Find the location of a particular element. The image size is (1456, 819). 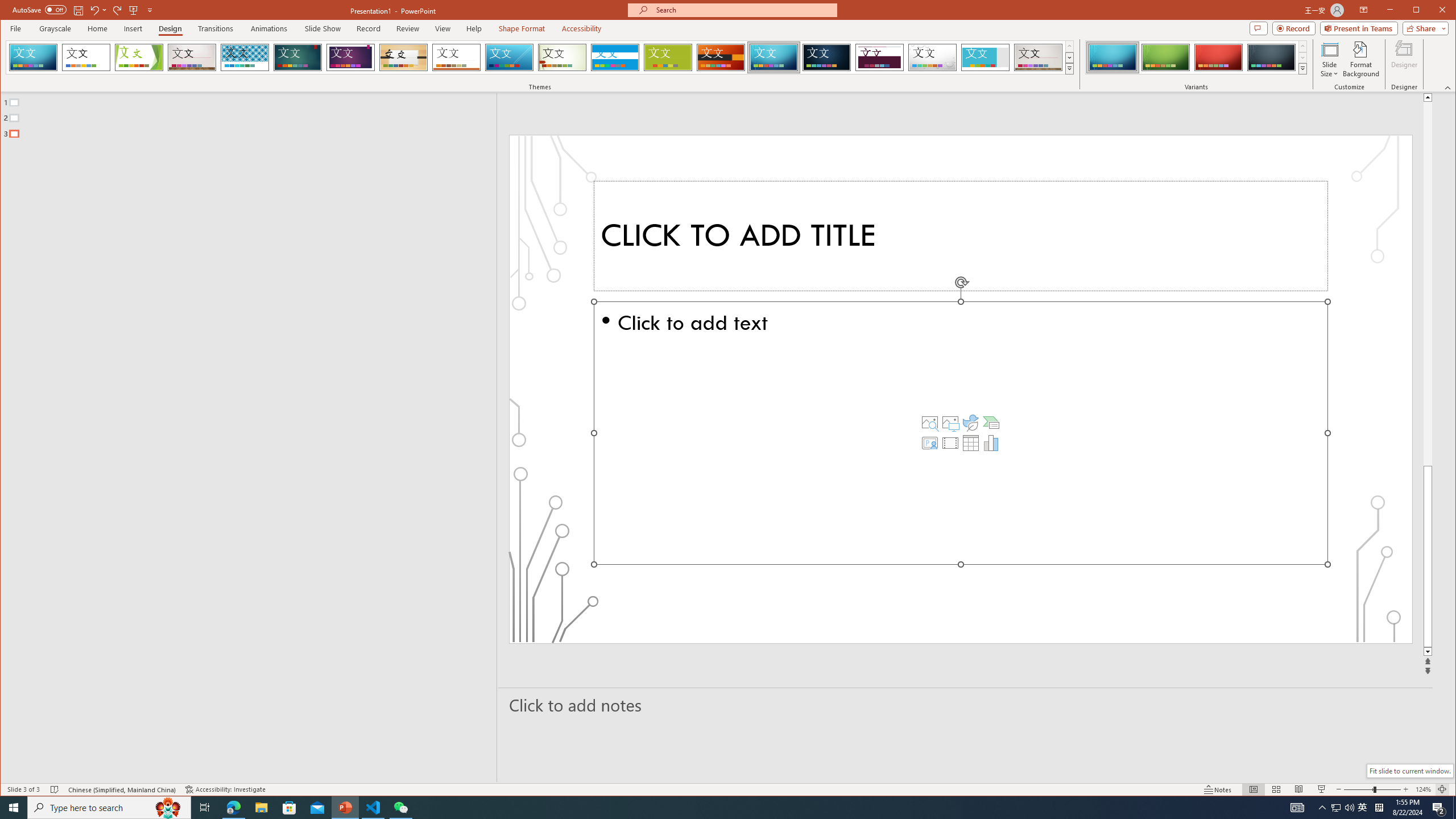

'Circuit Variant 2' is located at coordinates (1165, 57).